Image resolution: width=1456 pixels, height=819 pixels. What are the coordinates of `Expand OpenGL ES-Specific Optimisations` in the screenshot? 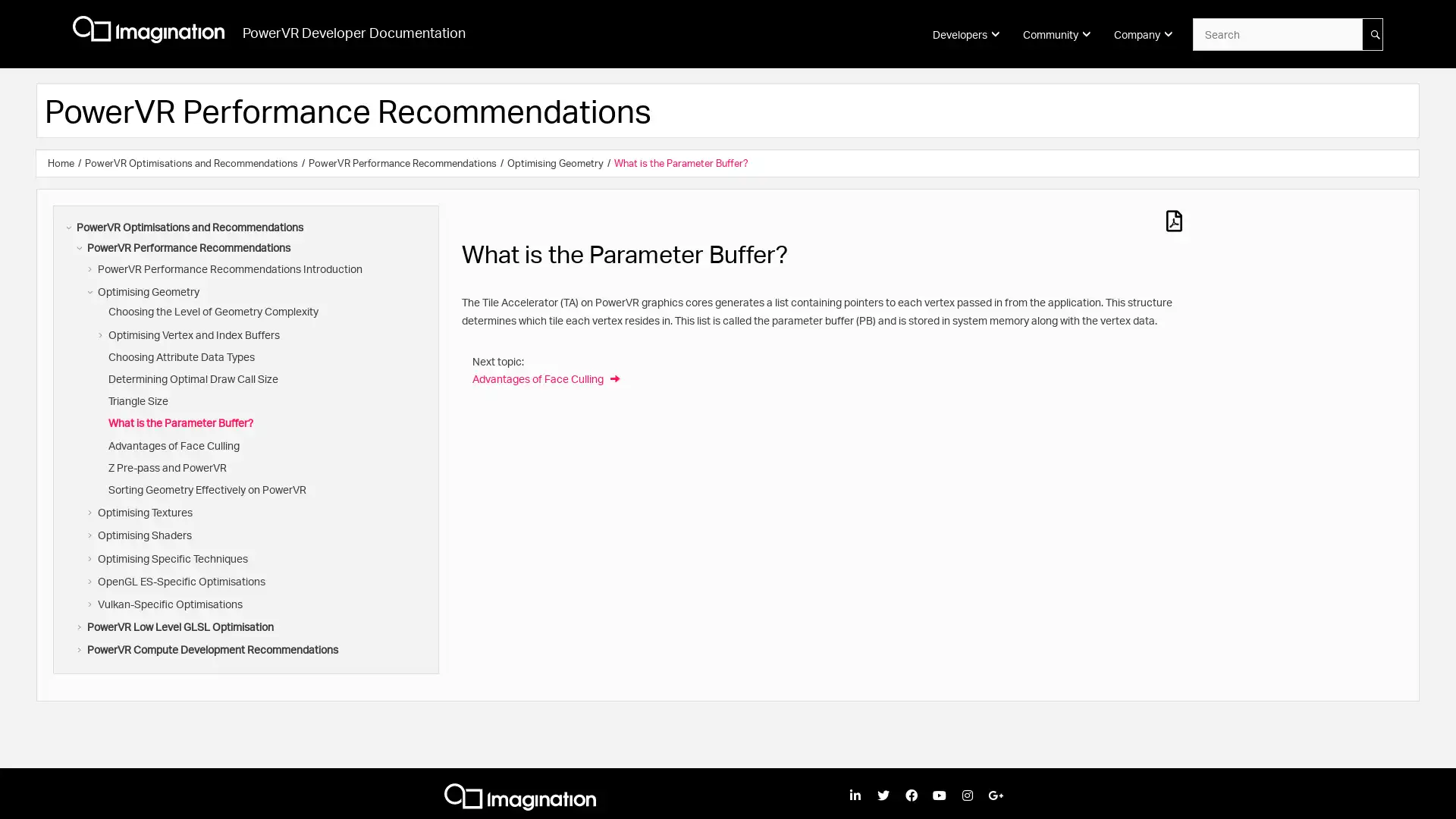 It's located at (90, 580).